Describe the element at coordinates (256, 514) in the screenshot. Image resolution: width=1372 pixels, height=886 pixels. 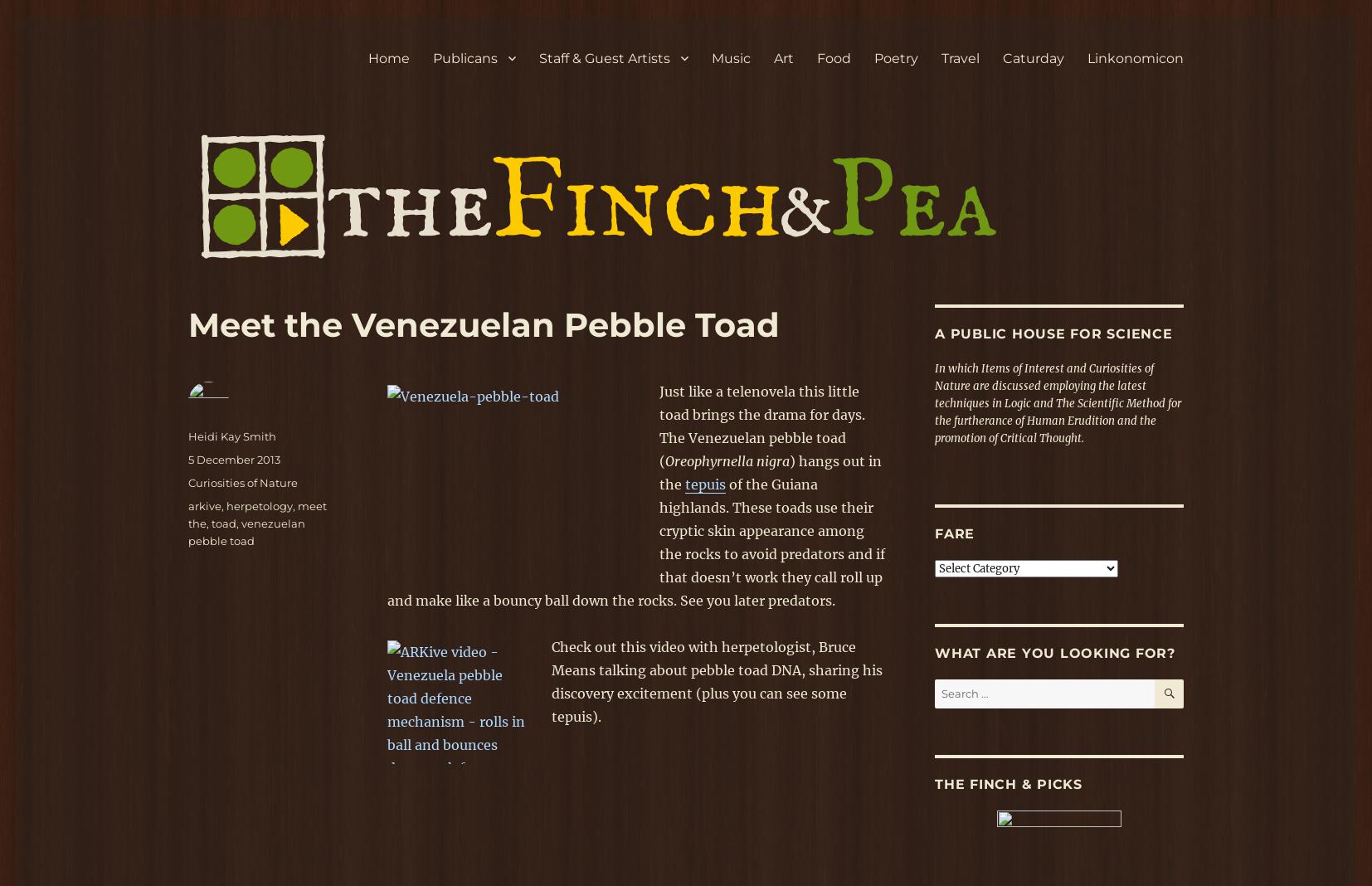
I see `'meet the'` at that location.